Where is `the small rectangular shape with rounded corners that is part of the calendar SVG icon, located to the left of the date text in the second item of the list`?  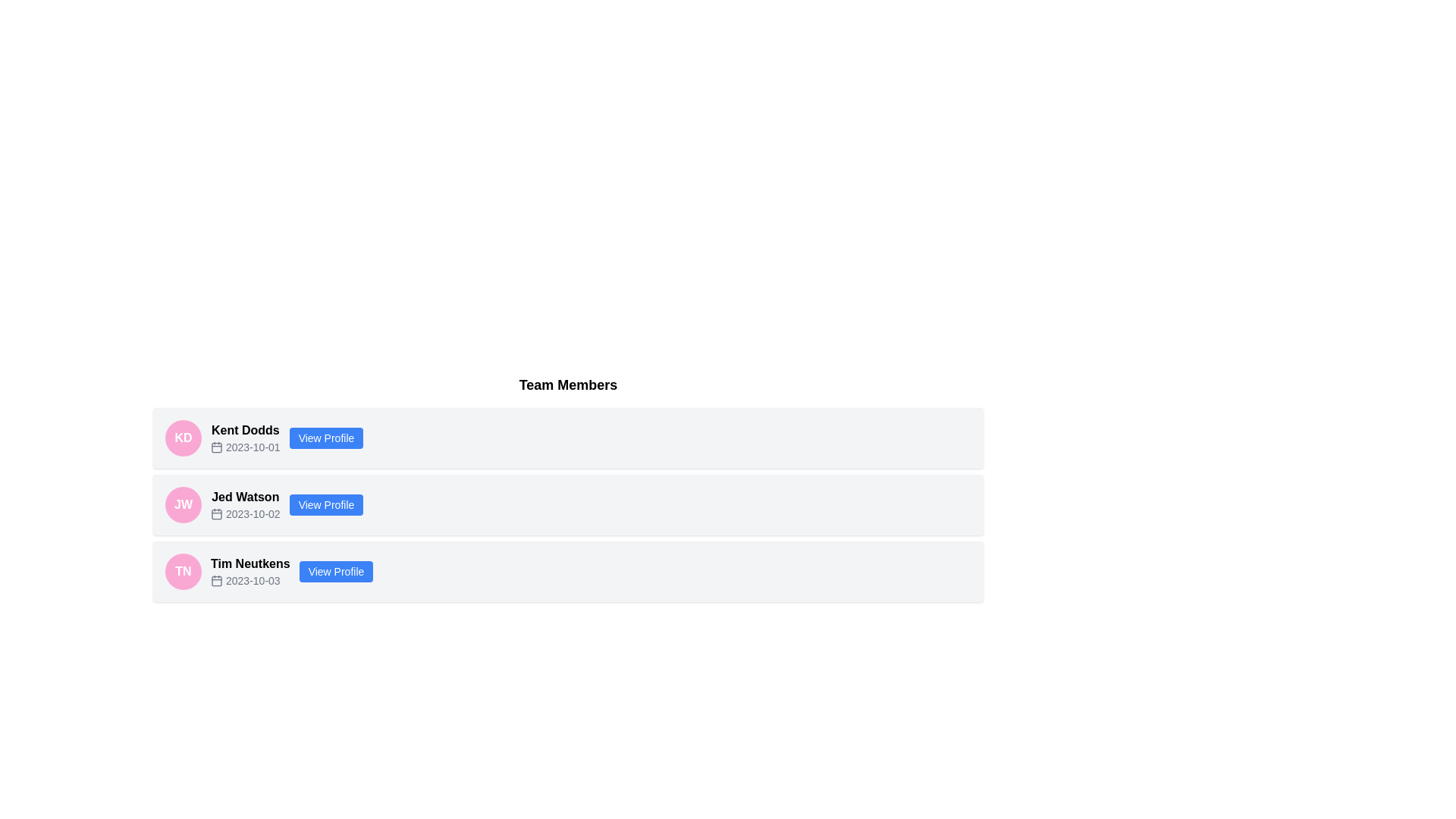 the small rectangular shape with rounded corners that is part of the calendar SVG icon, located to the left of the date text in the second item of the list is located at coordinates (216, 513).